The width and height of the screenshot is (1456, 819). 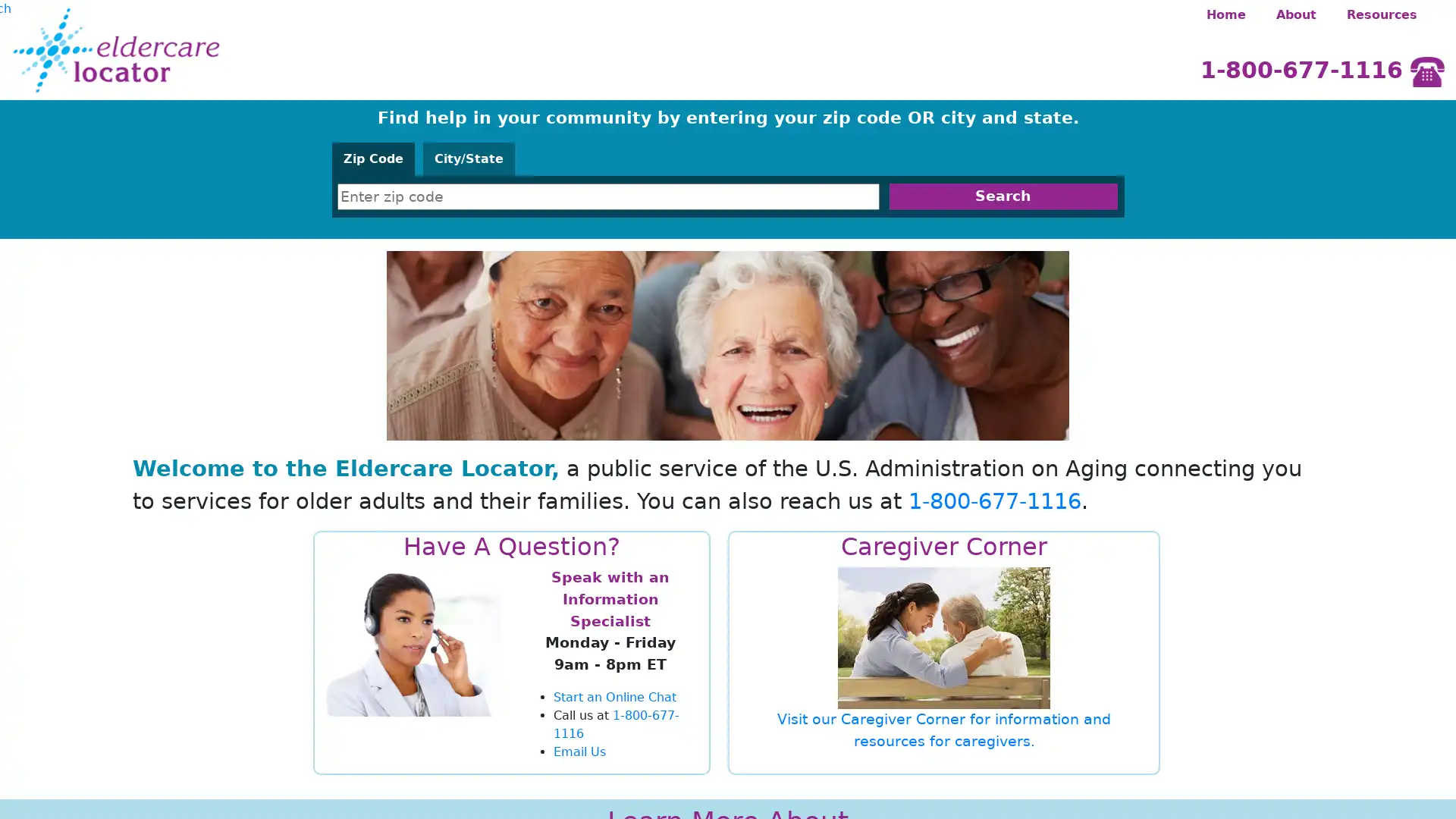 What do you see at coordinates (1003, 196) in the screenshot?
I see `Search` at bounding box center [1003, 196].